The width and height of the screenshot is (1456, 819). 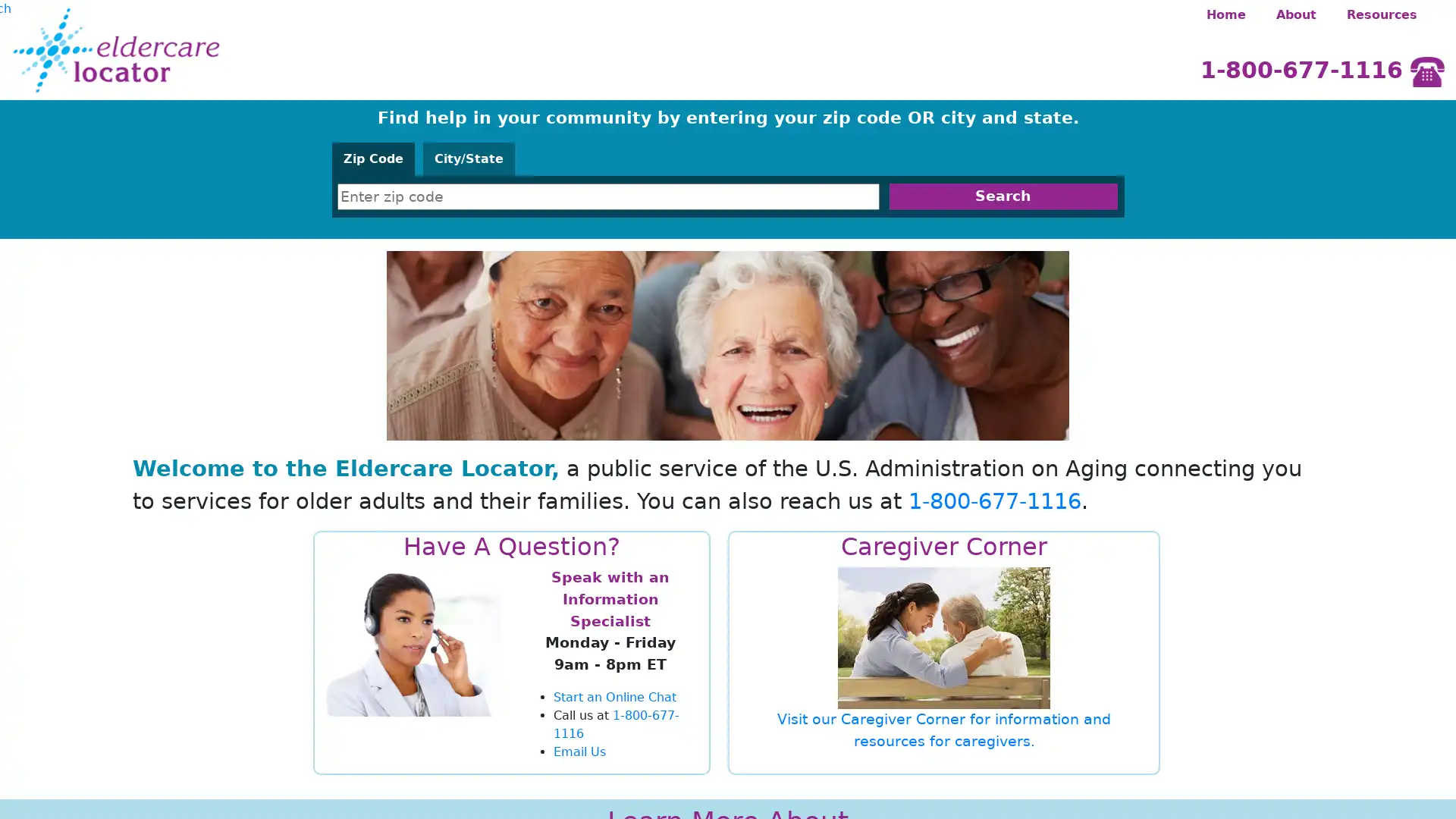 What do you see at coordinates (1003, 196) in the screenshot?
I see `Search` at bounding box center [1003, 196].